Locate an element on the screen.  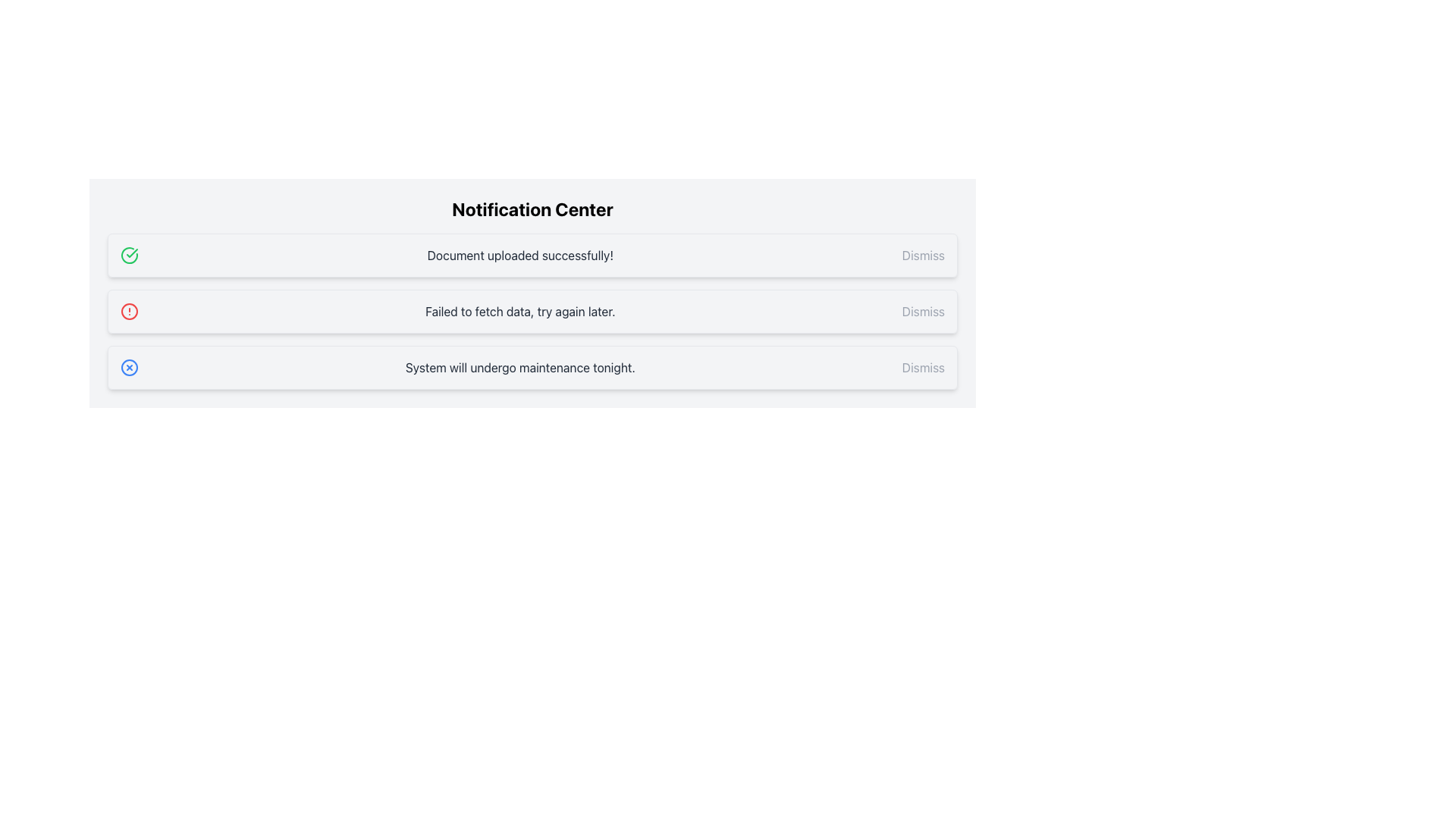
the notification box that indicates 'Document uploaded successfully!' with a dismiss button labeled 'Dismiss' is located at coordinates (532, 254).